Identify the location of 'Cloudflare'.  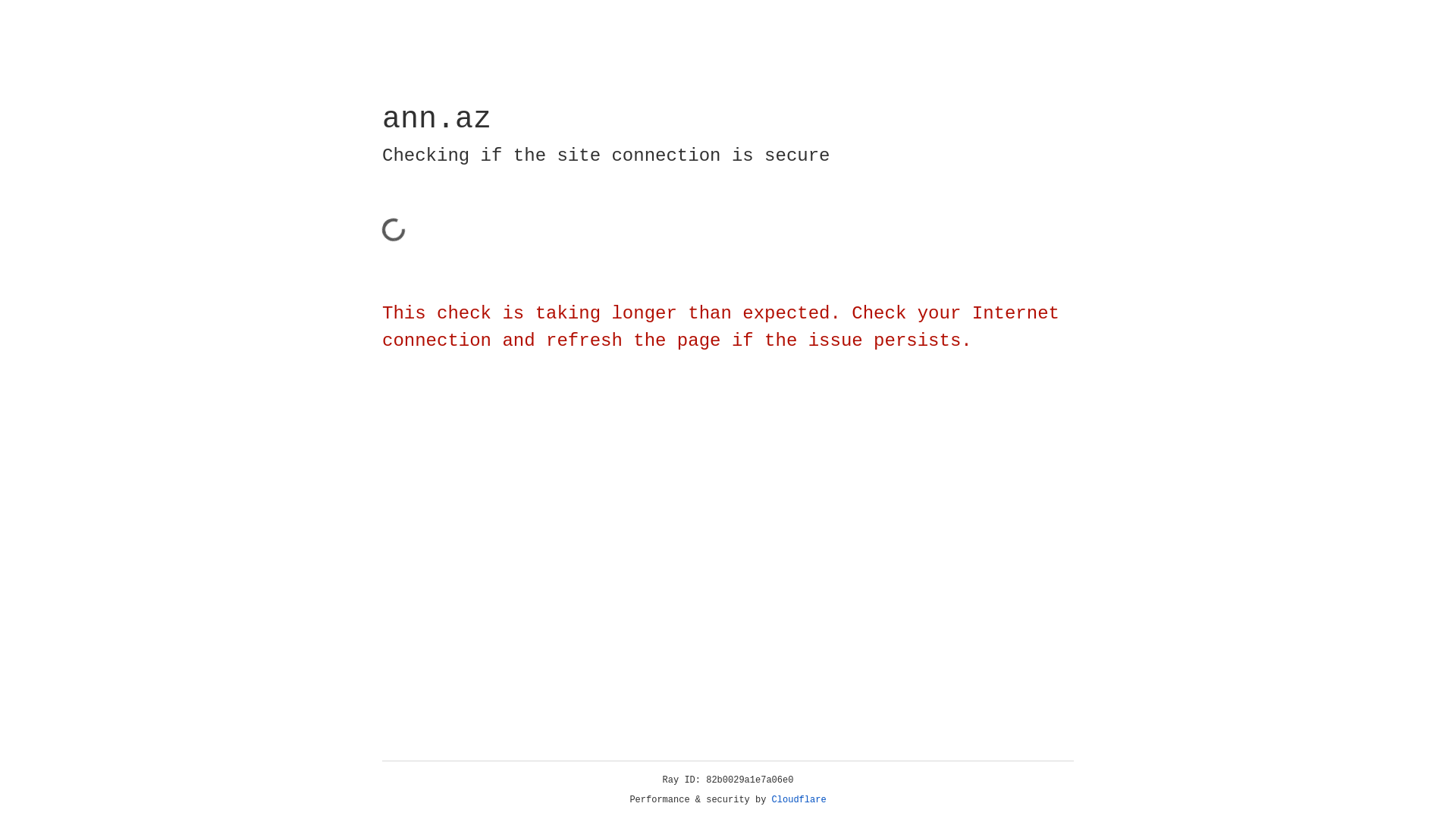
(799, 799).